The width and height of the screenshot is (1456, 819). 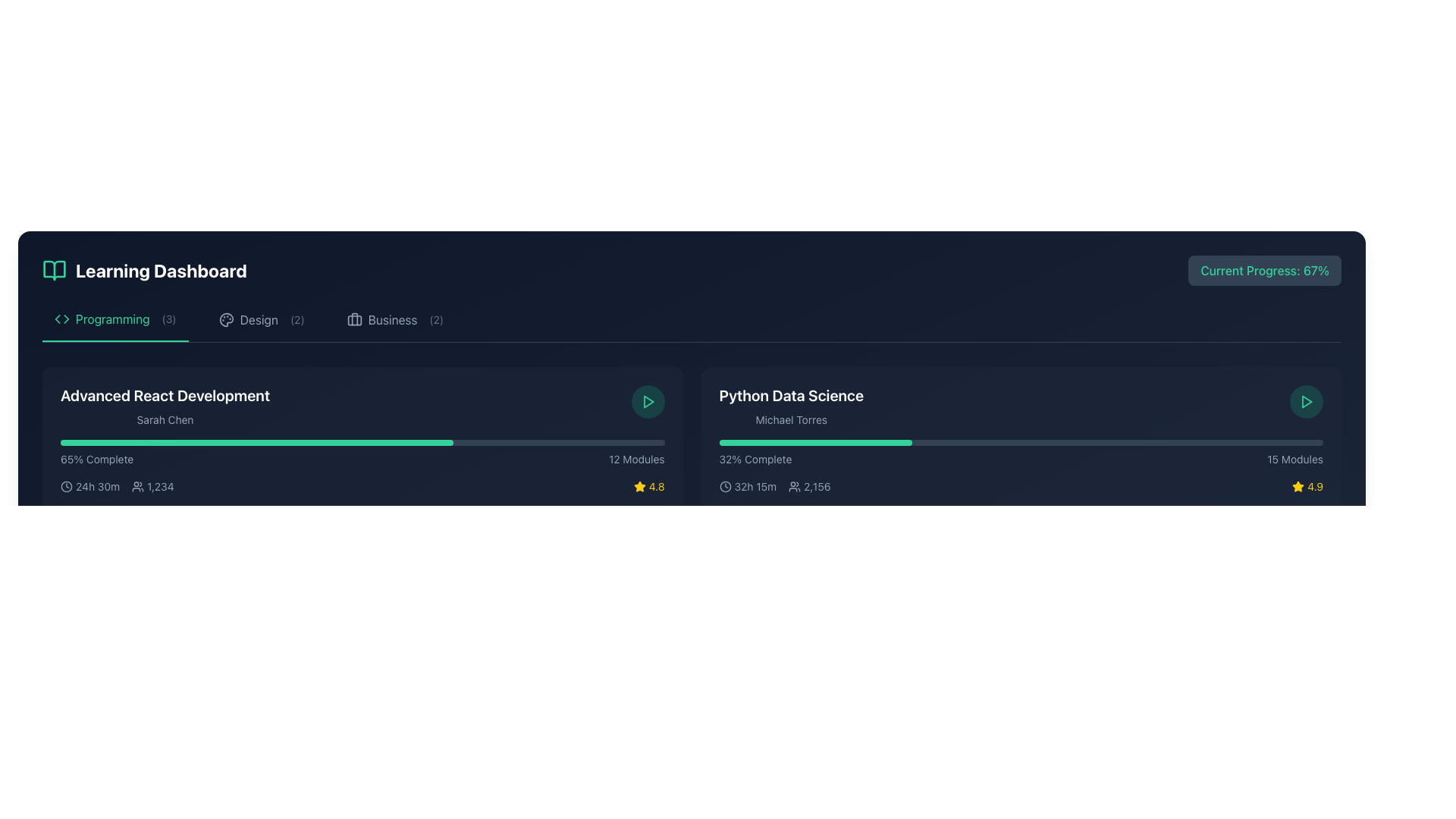 I want to click on the text label element displaying the number '(2)' which is styled in gray and located next to the word 'Design' in the navigation menu, so click(x=297, y=318).